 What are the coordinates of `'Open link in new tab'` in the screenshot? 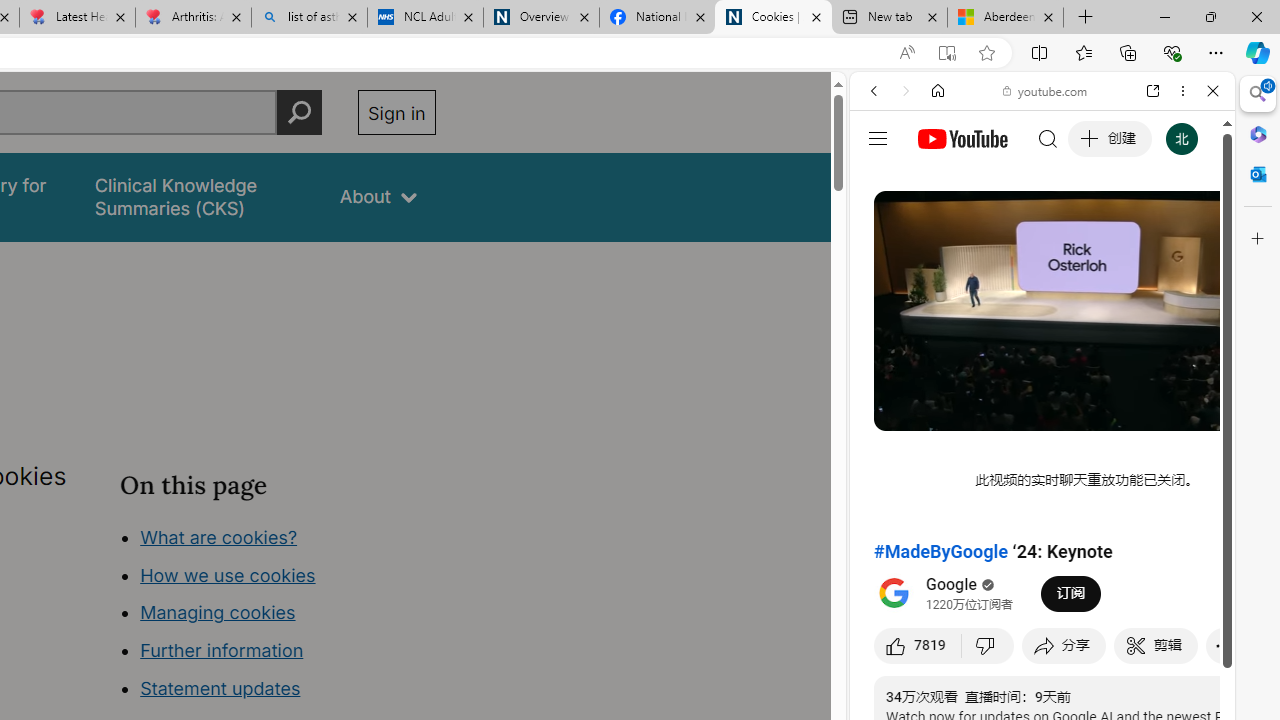 It's located at (1153, 91).